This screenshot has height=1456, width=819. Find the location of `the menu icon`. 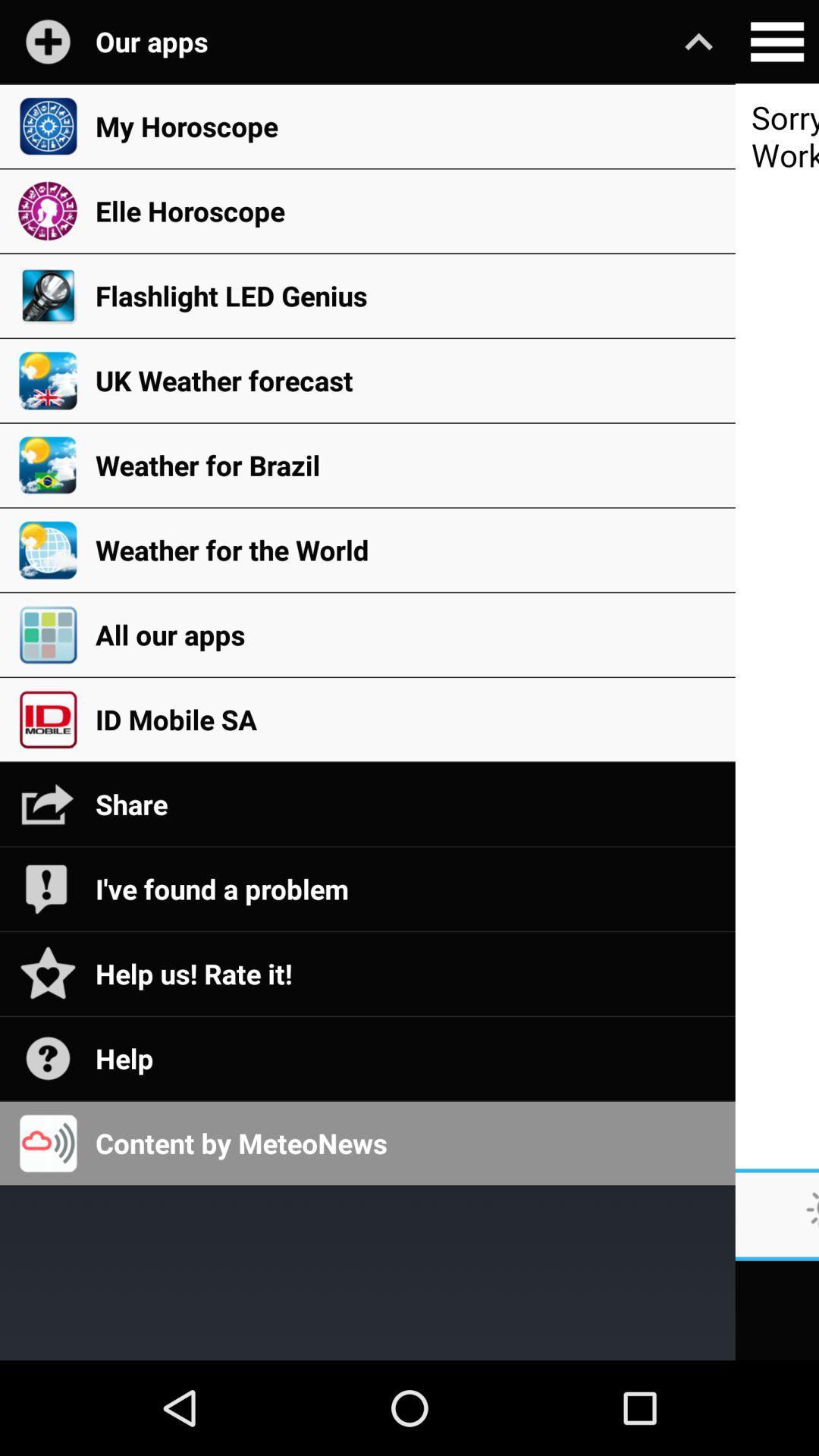

the menu icon is located at coordinates (777, 44).